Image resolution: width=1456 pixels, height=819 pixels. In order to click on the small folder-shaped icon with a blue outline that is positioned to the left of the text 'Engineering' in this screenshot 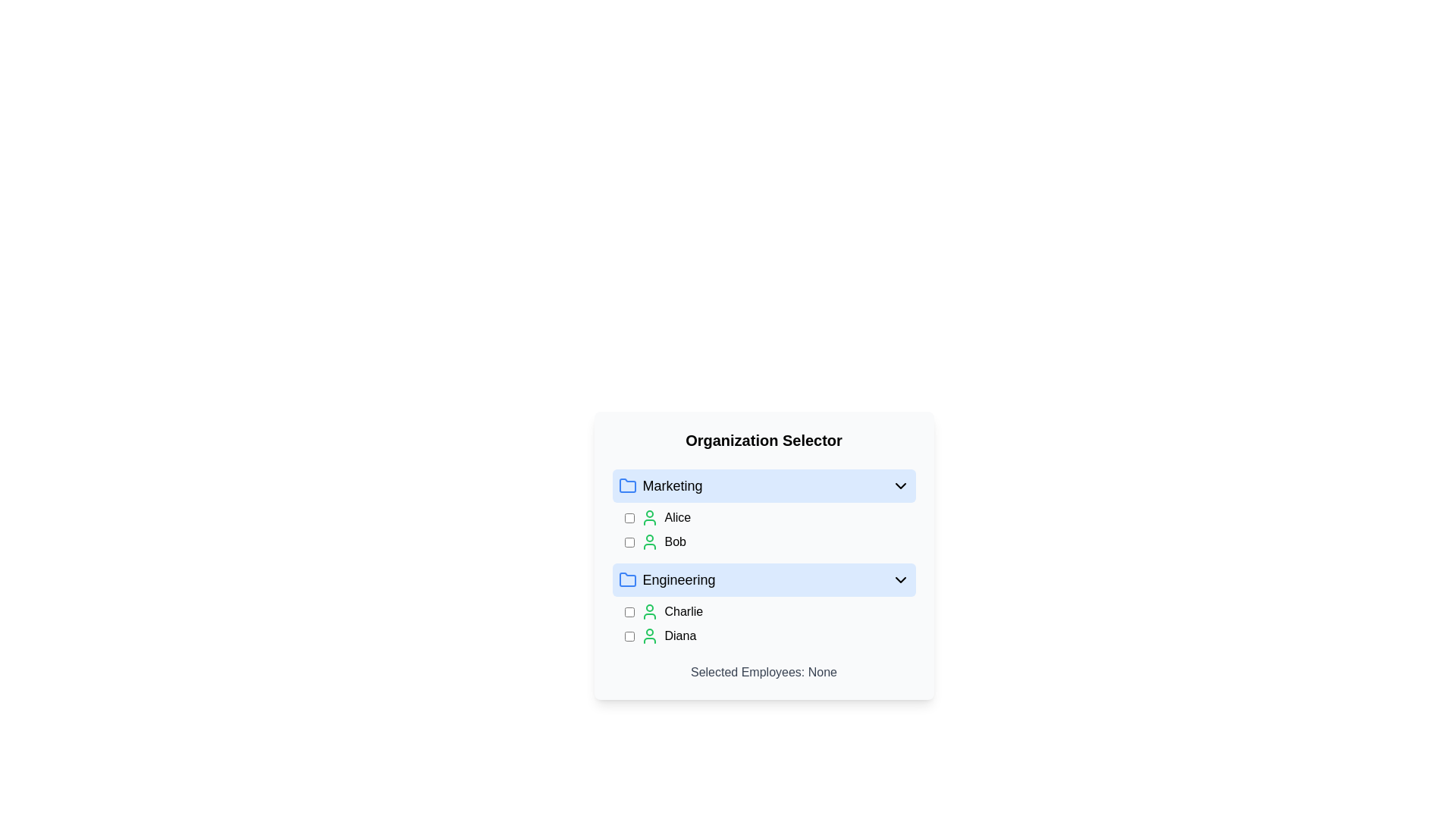, I will do `click(627, 579)`.